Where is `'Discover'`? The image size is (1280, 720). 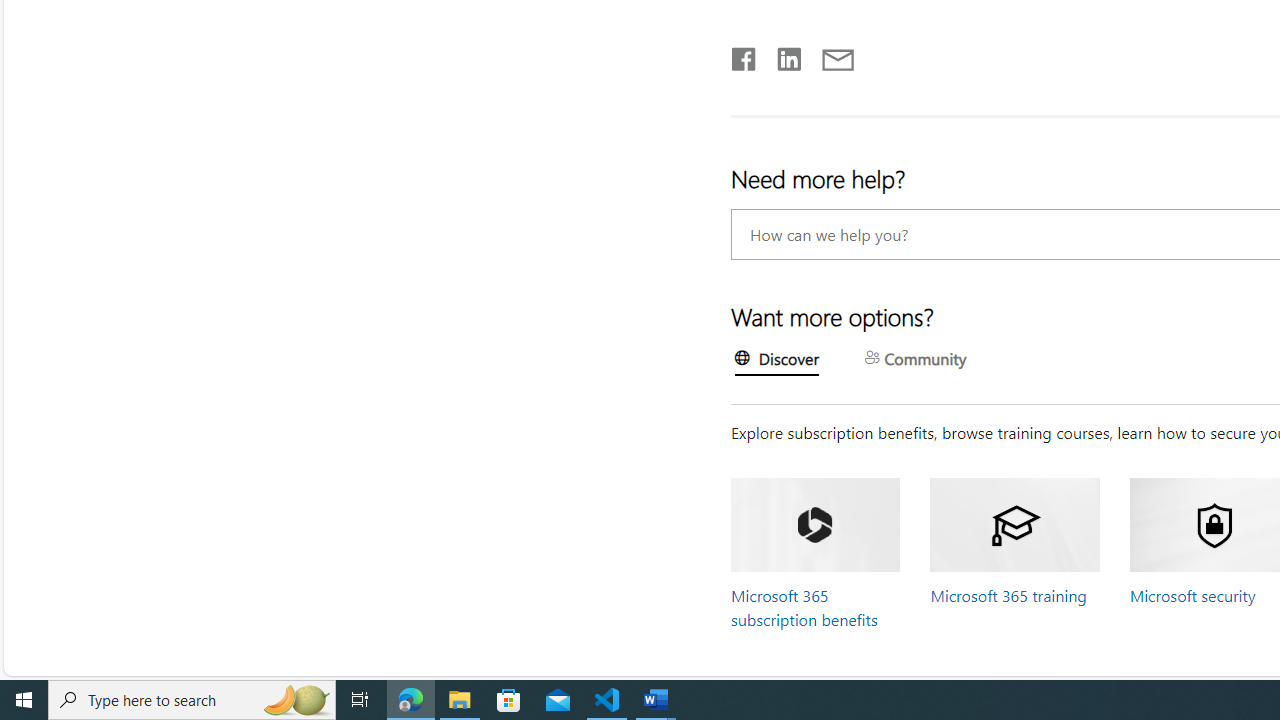 'Discover' is located at coordinates (776, 361).